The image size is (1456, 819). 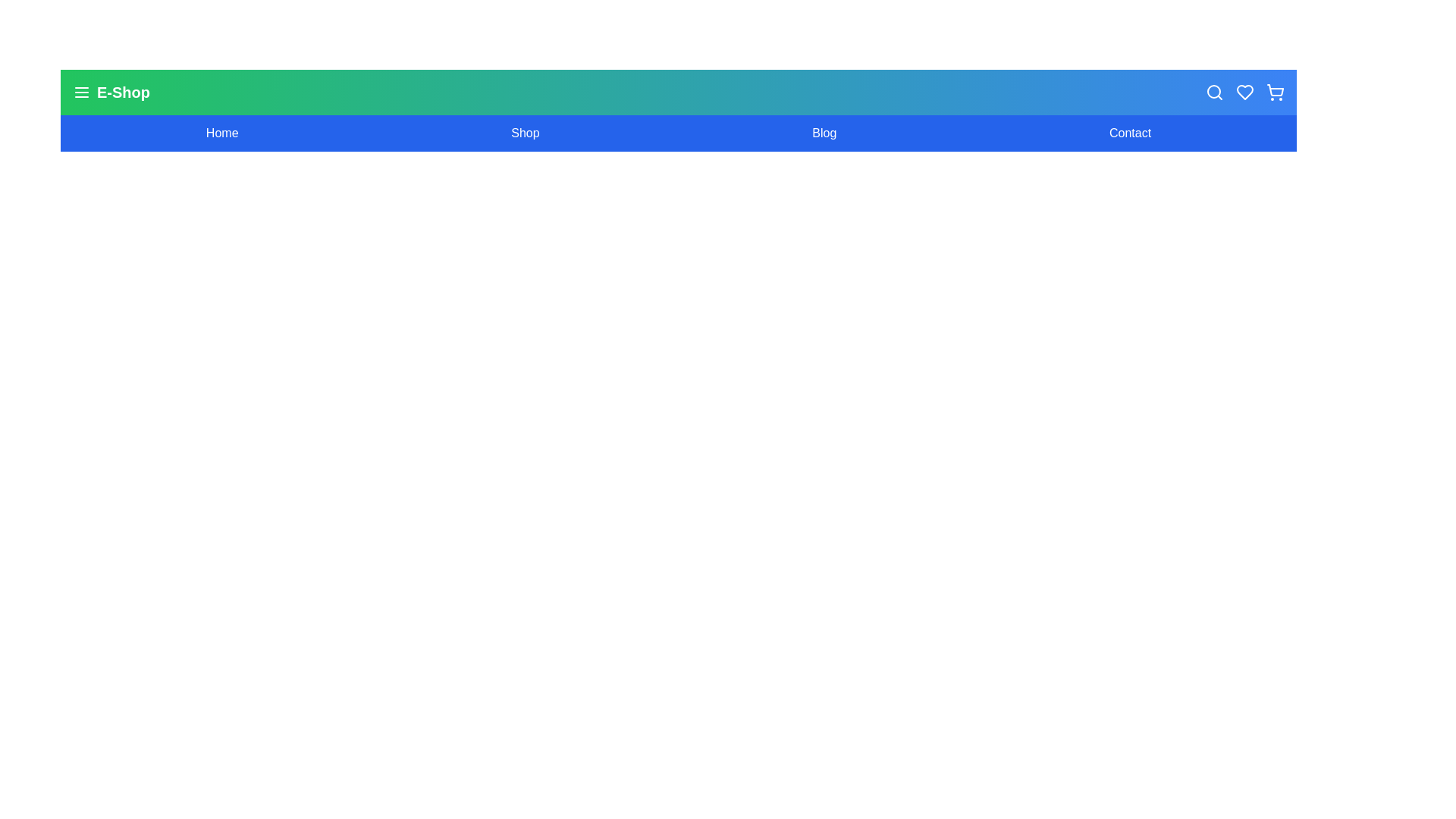 What do you see at coordinates (1215, 93) in the screenshot?
I see `the search icon in the header` at bounding box center [1215, 93].